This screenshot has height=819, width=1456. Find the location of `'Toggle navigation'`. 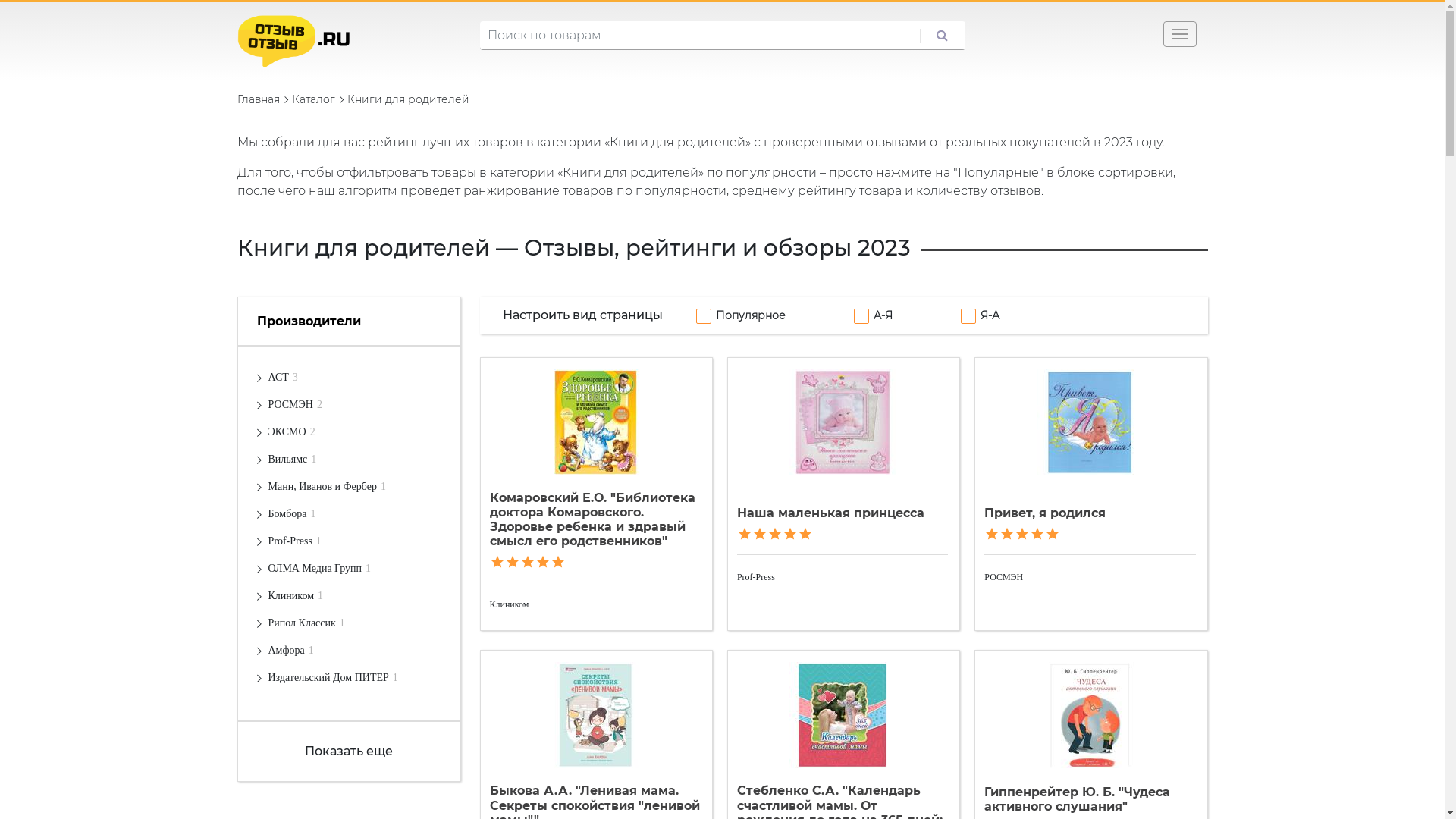

'Toggle navigation' is located at coordinates (1178, 34).